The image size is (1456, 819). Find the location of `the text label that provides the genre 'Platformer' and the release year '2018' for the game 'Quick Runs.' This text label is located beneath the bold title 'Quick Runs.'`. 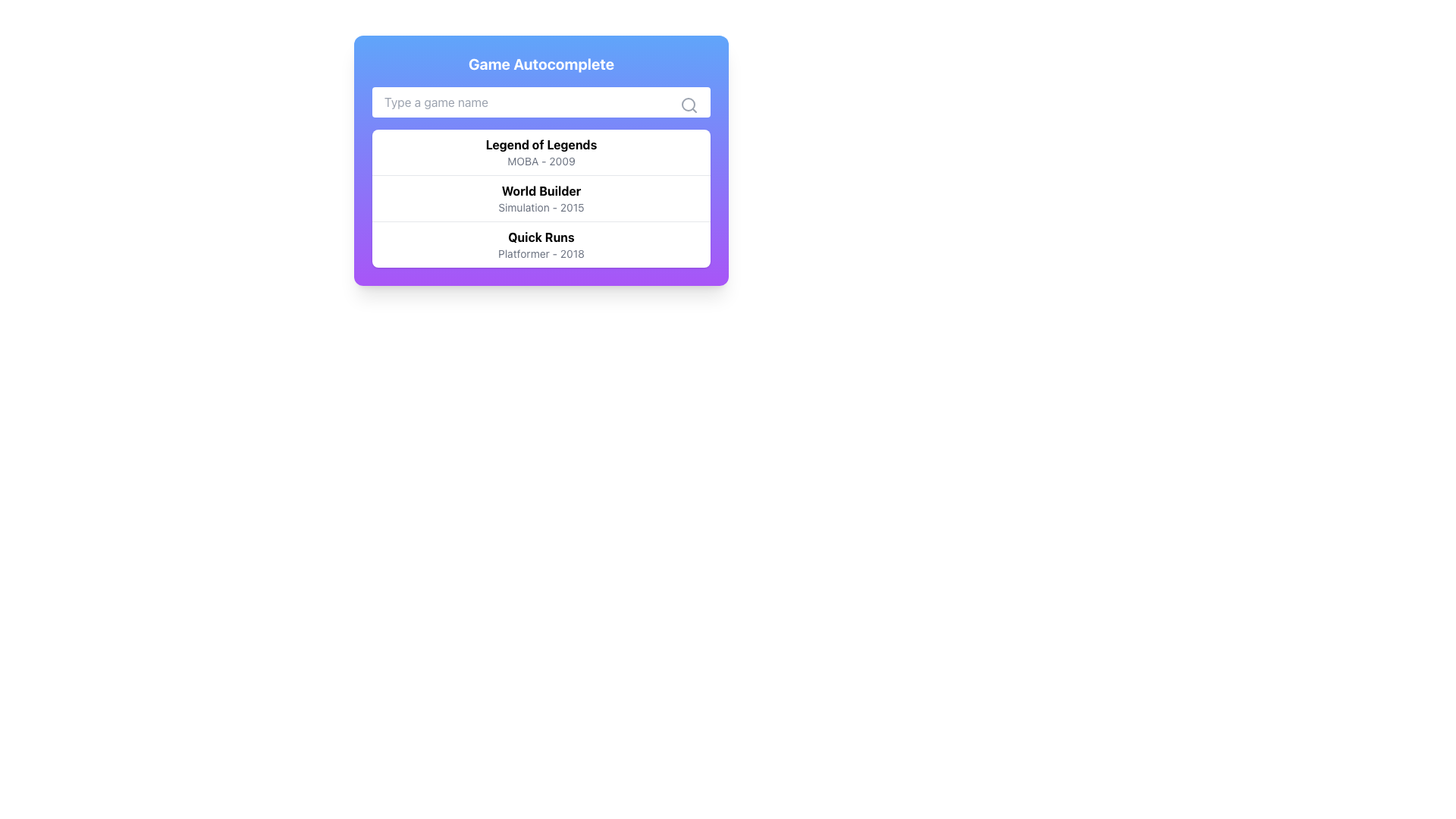

the text label that provides the genre 'Platformer' and the release year '2018' for the game 'Quick Runs.' This text label is located beneath the bold title 'Quick Runs.' is located at coordinates (541, 253).